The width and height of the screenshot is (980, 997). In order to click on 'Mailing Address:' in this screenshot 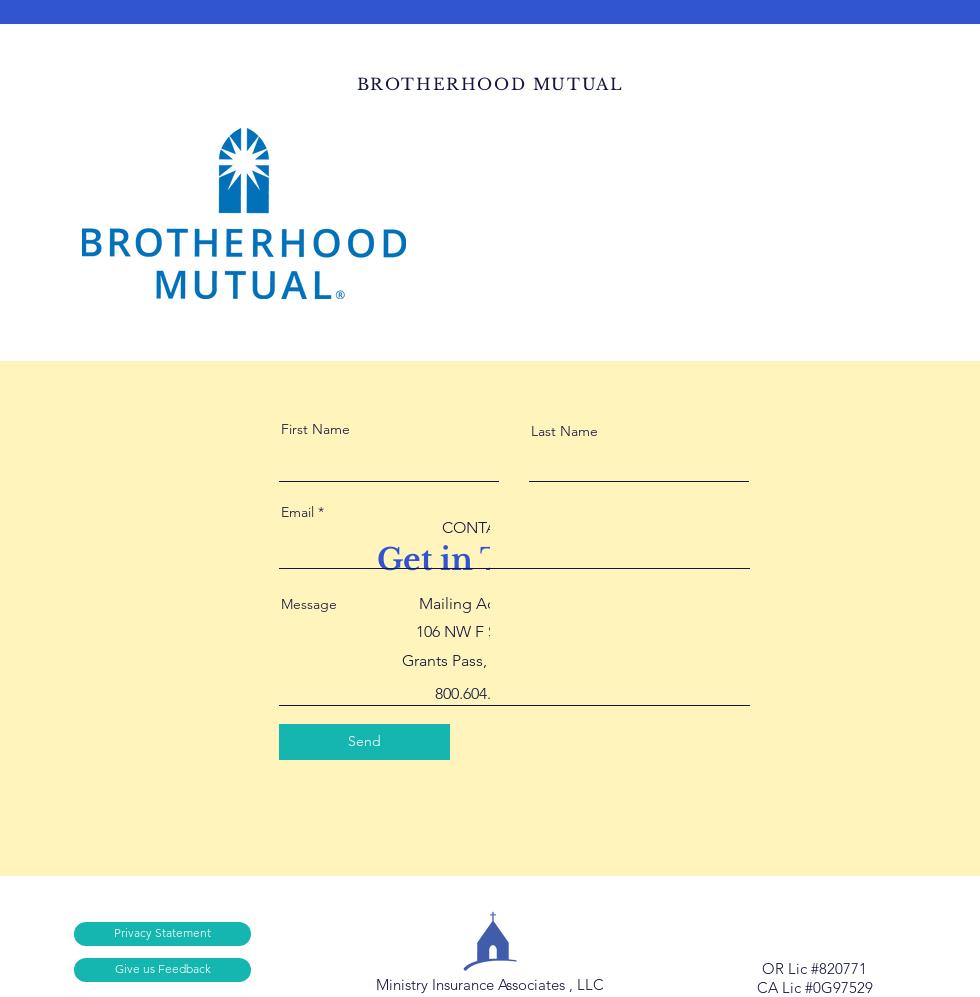, I will do `click(419, 601)`.